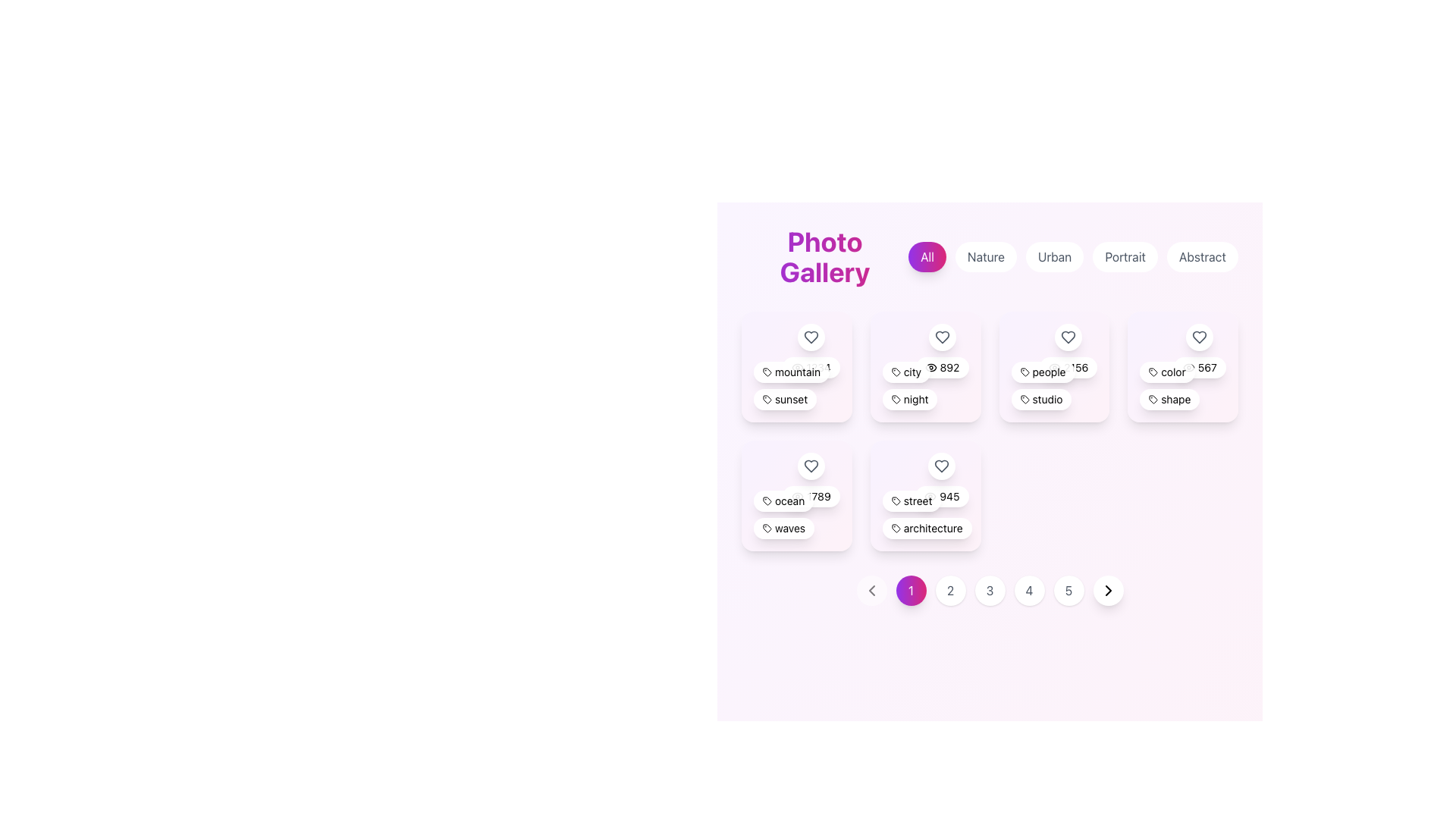 Image resolution: width=1456 pixels, height=819 pixels. Describe the element at coordinates (1188, 368) in the screenshot. I see `the eye icon representing visibility or views, located to the left of the '567' label in the gallery layout` at that location.